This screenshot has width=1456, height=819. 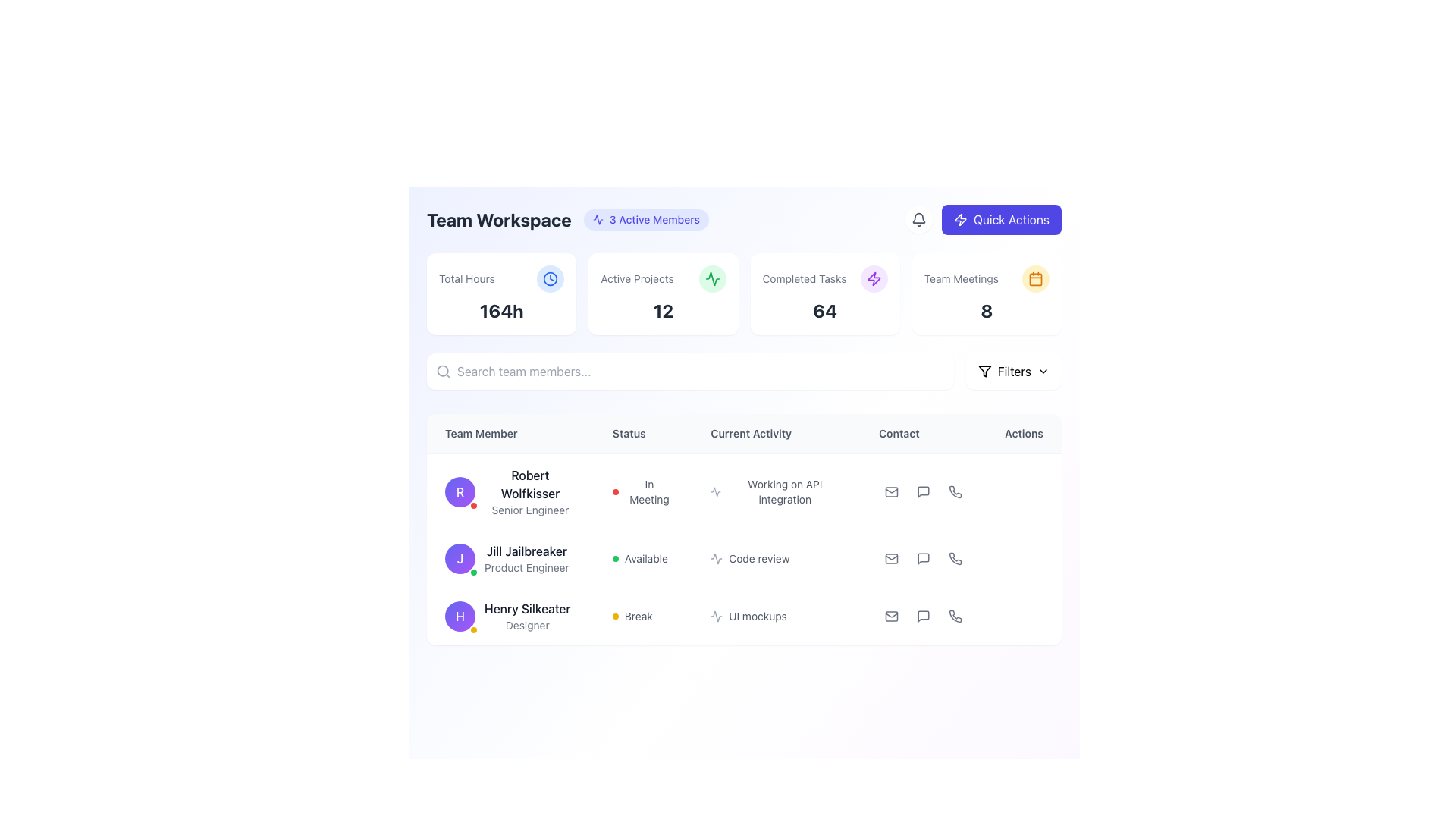 I want to click on the purple 'Quick Actions' button located in the top-right corner of the layout, so click(x=983, y=219).